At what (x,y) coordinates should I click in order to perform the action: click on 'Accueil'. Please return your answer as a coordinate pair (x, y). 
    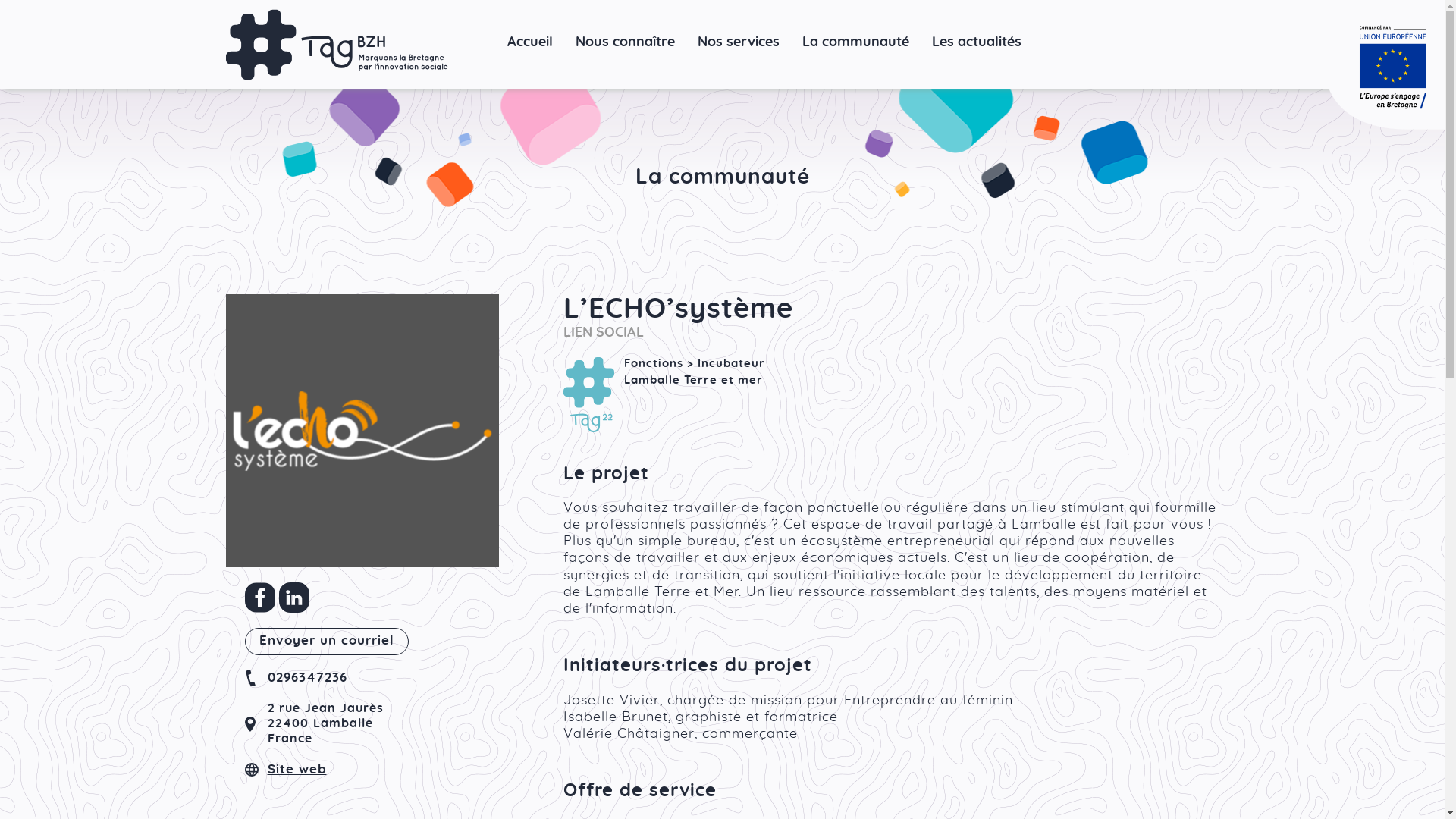
    Looking at the image, I should click on (530, 45).